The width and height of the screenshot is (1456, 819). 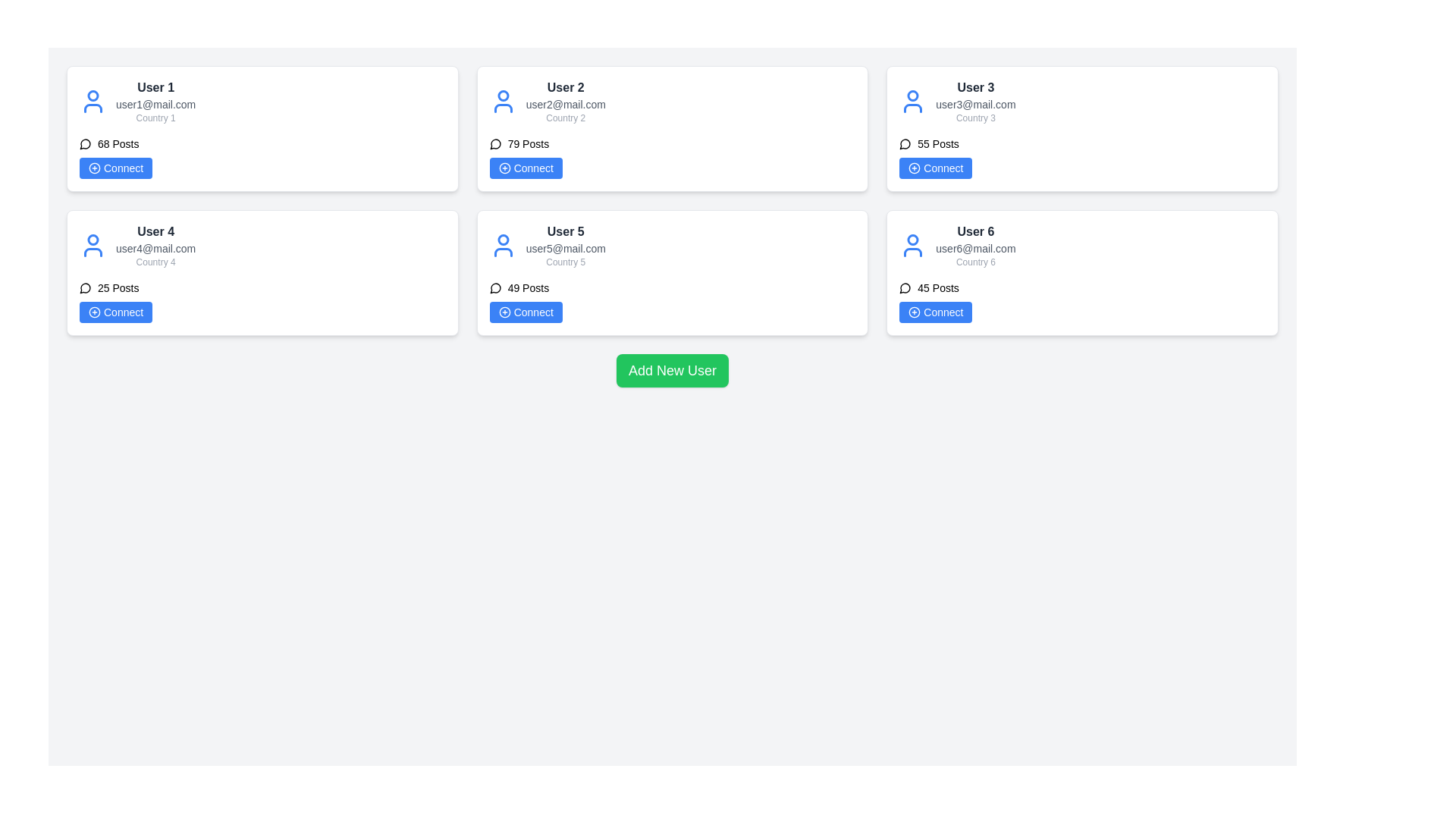 What do you see at coordinates (912, 102) in the screenshot?
I see `the profile picture icon representing 'User 3' in the user grid layout, located in the second row and third column` at bounding box center [912, 102].